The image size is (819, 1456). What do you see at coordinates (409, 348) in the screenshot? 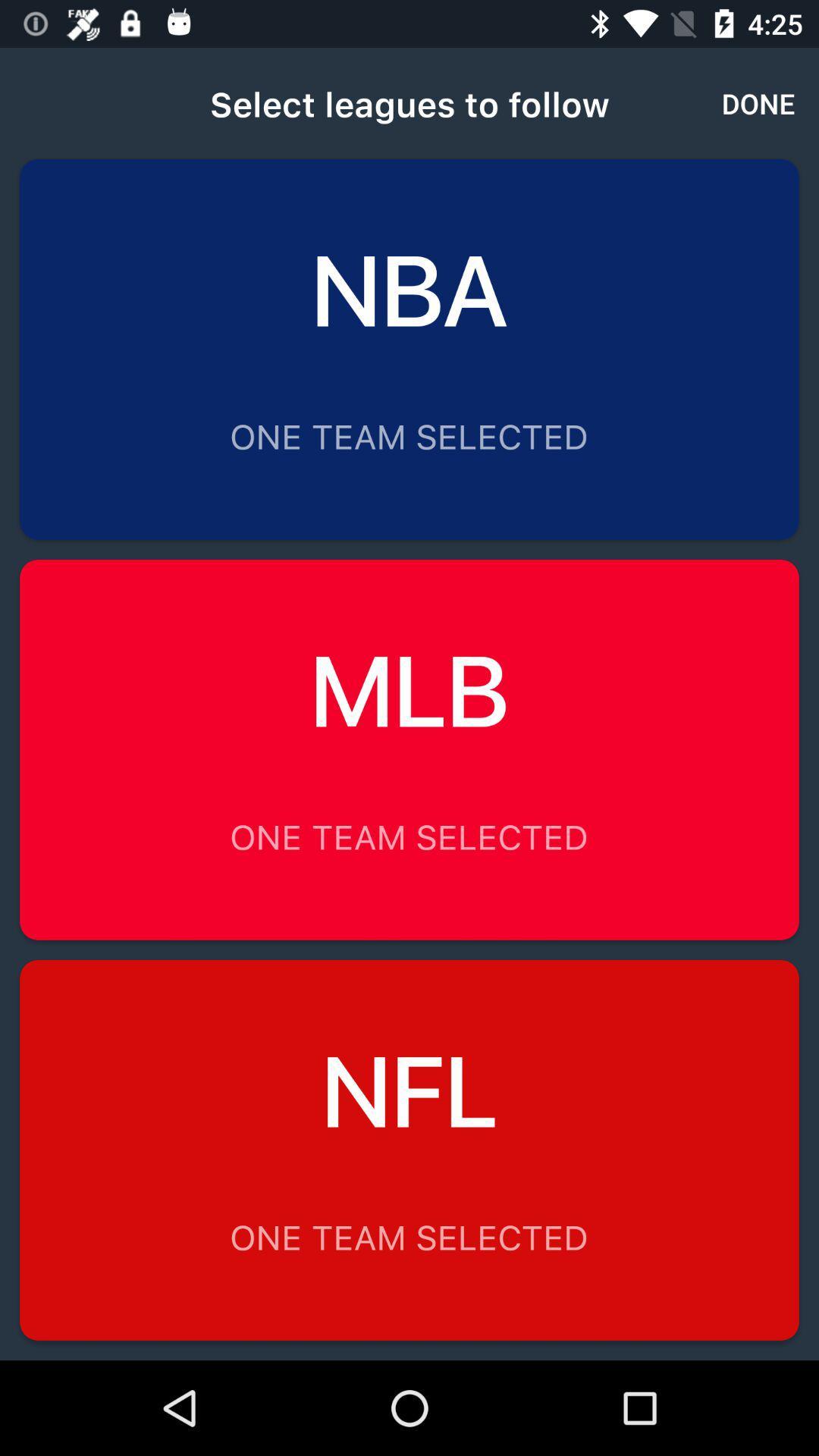
I see `option above mlb option` at bounding box center [409, 348].